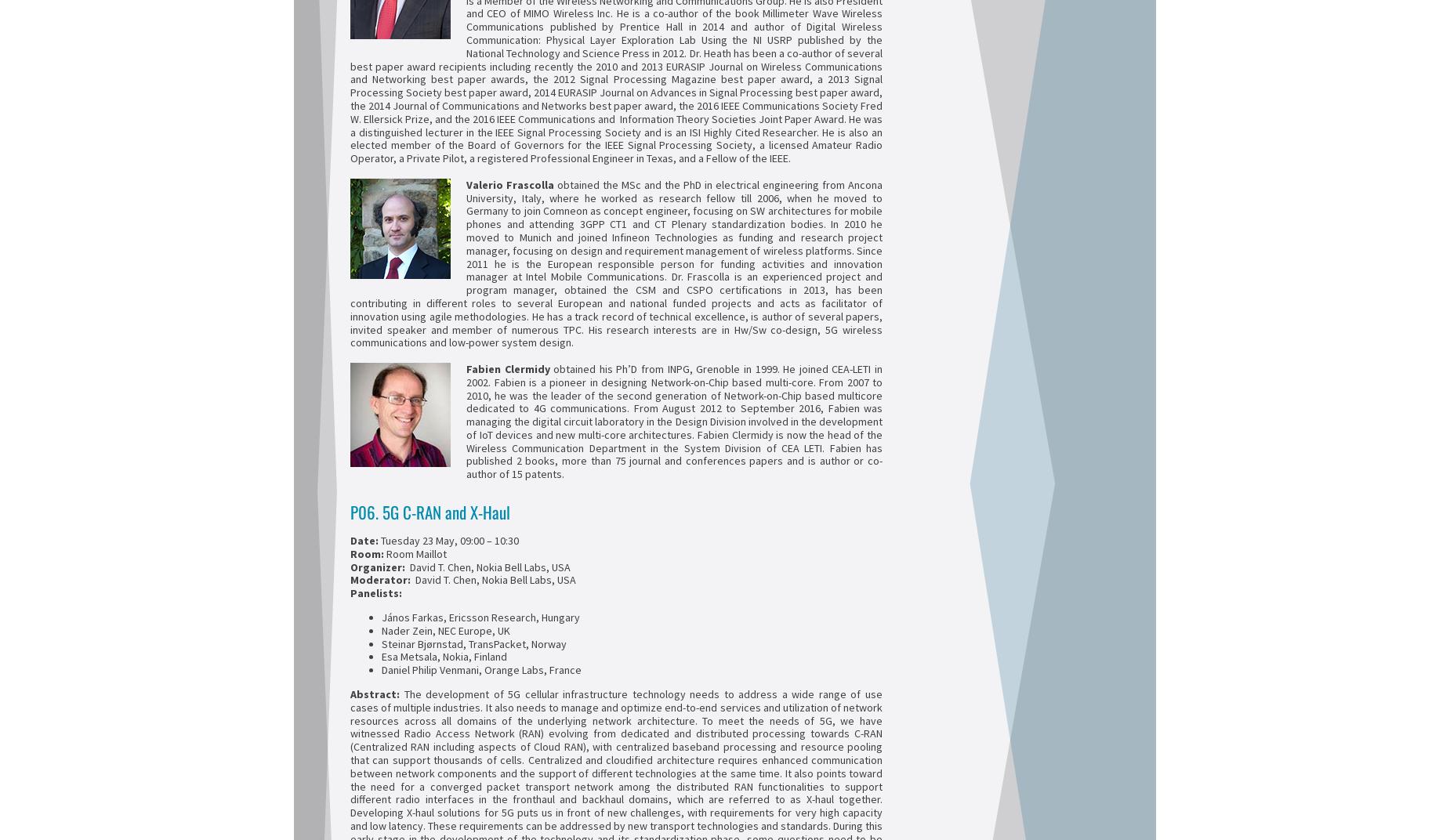 The width and height of the screenshot is (1450, 840). What do you see at coordinates (349, 694) in the screenshot?
I see `'Abstract:'` at bounding box center [349, 694].